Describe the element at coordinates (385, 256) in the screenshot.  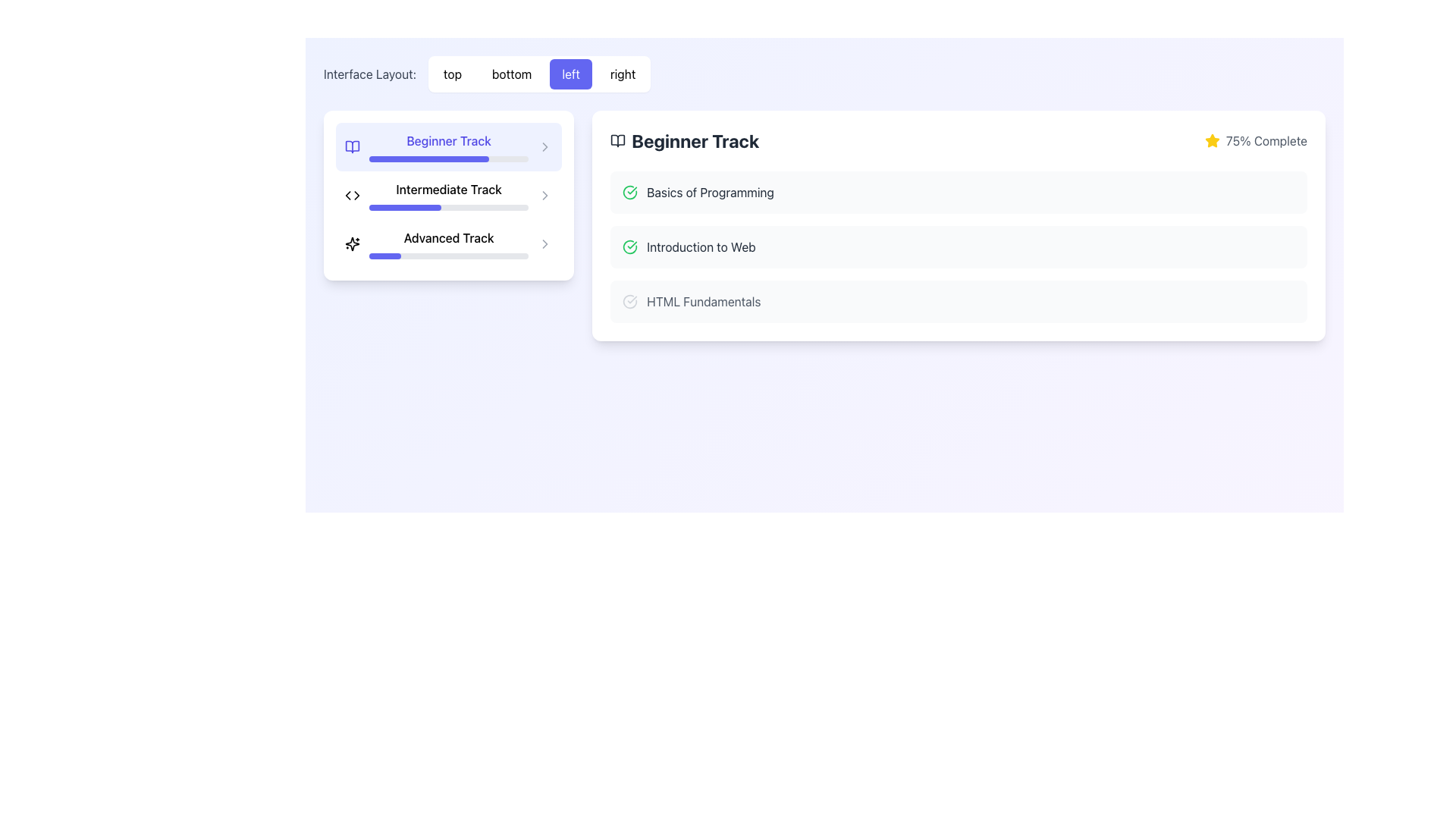
I see `the indigo-colored progress indicator bar, which is 2px high and located under the 'Advanced Track' text in the left panel` at that location.